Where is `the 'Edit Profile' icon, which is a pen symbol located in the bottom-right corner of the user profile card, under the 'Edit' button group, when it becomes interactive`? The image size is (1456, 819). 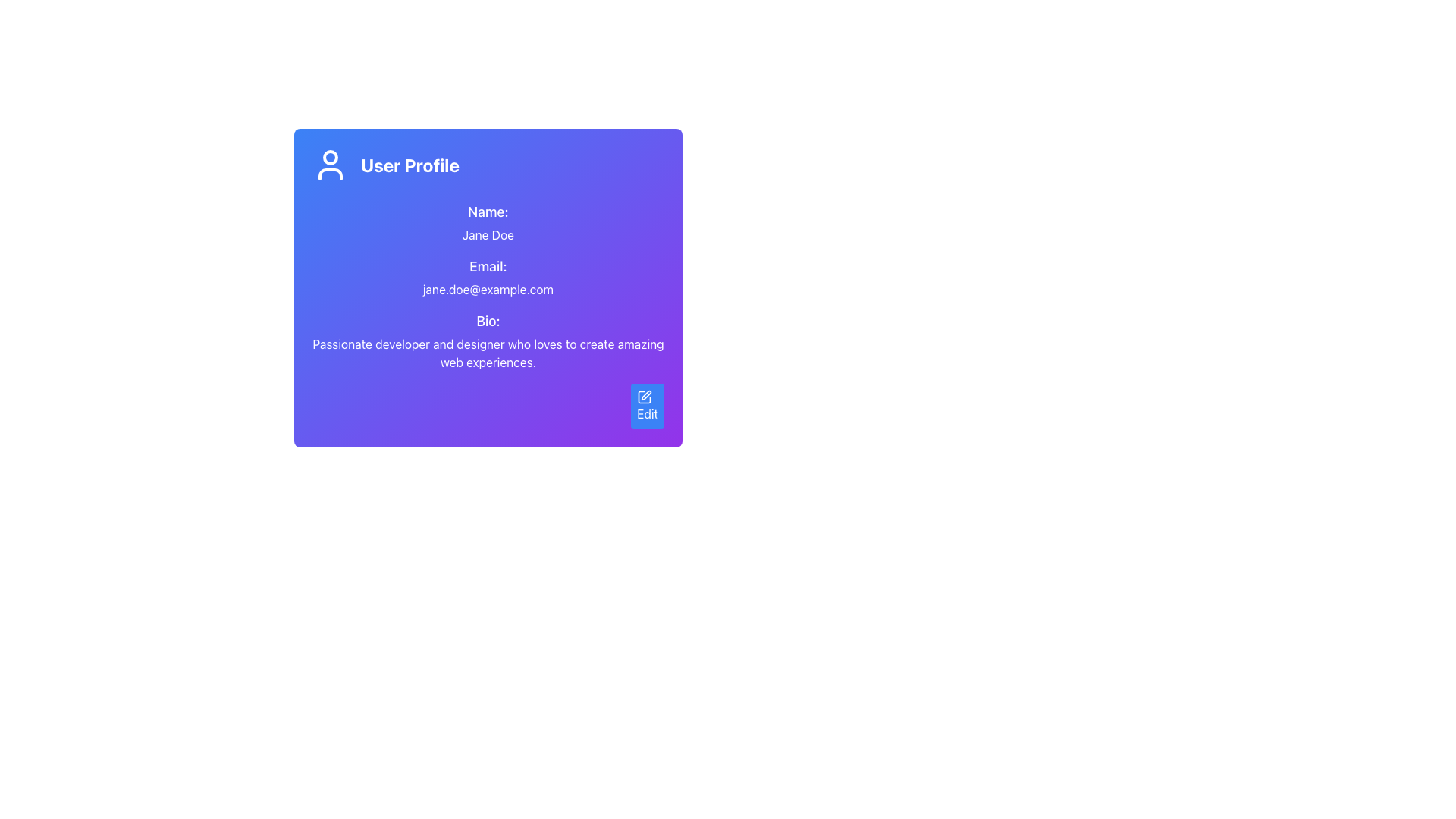
the 'Edit Profile' icon, which is a pen symbol located in the bottom-right corner of the user profile card, under the 'Edit' button group, when it becomes interactive is located at coordinates (645, 394).